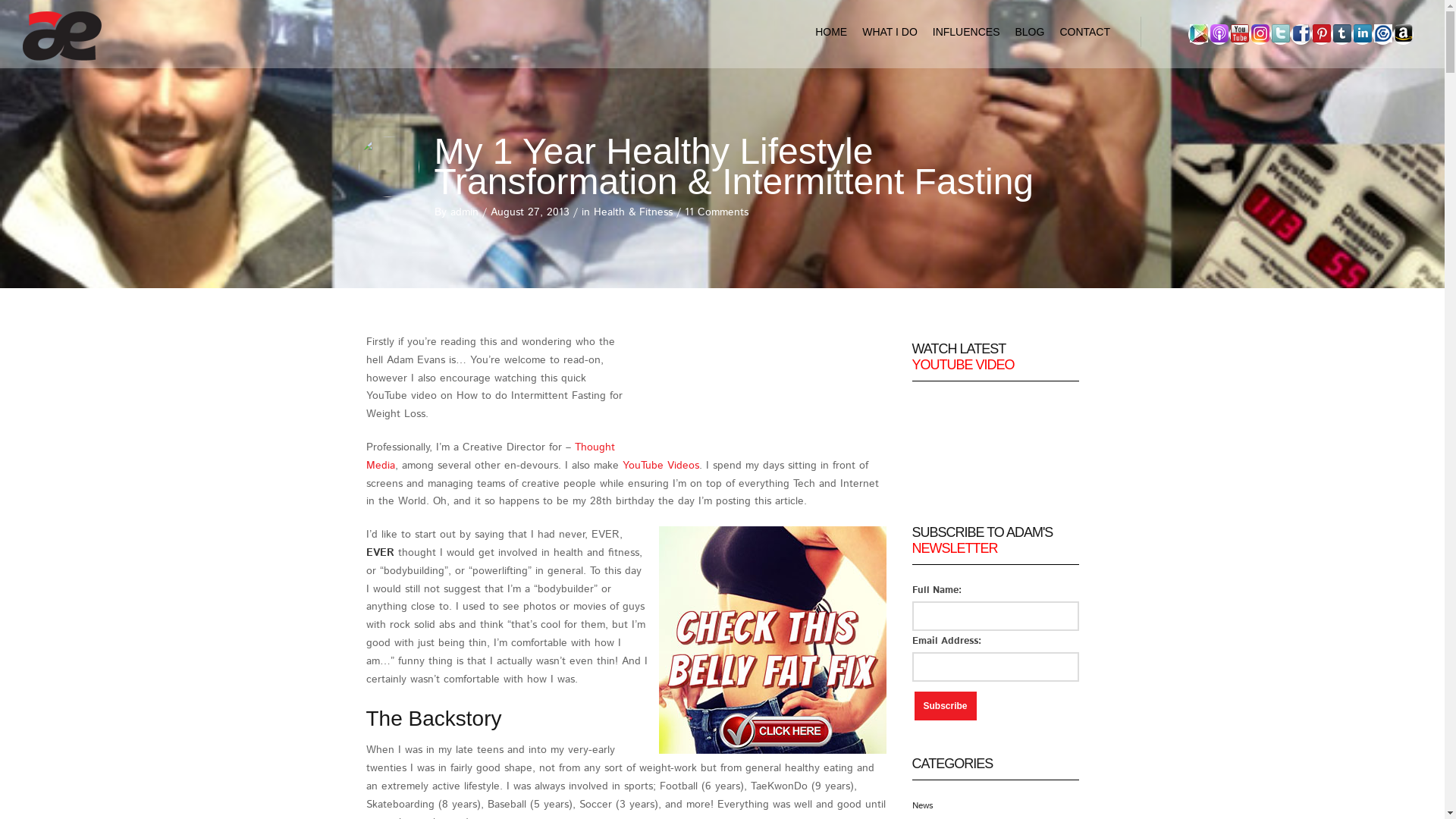 This screenshot has height=819, width=1456. I want to click on 'Tumblr', so click(1341, 34).